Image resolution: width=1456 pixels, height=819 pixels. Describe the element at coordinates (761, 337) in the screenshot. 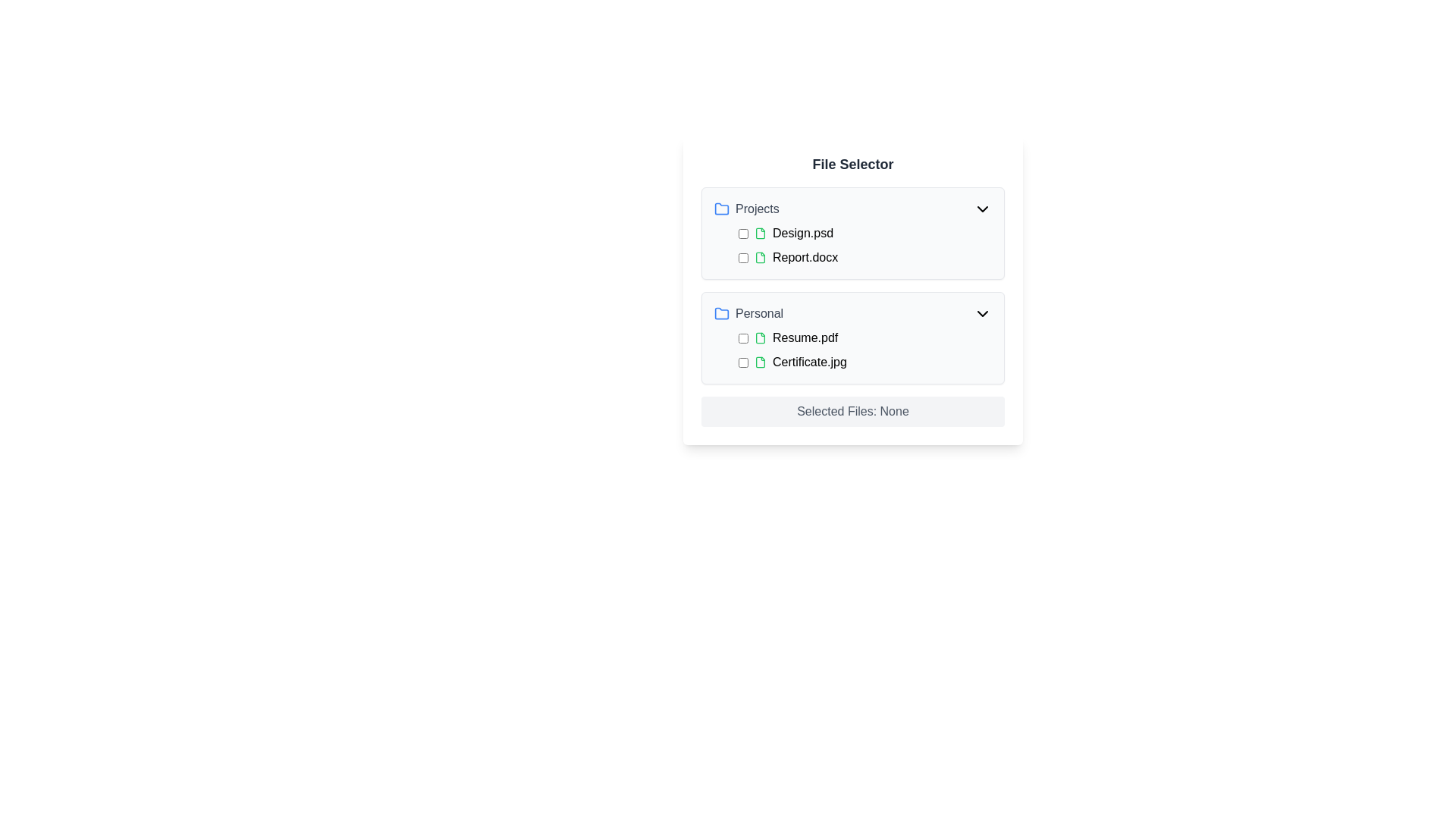

I see `the file icon representing 'Resume.pdf' located in the 'Personal' section, positioned to the left of the text and right of the checkbox` at that location.